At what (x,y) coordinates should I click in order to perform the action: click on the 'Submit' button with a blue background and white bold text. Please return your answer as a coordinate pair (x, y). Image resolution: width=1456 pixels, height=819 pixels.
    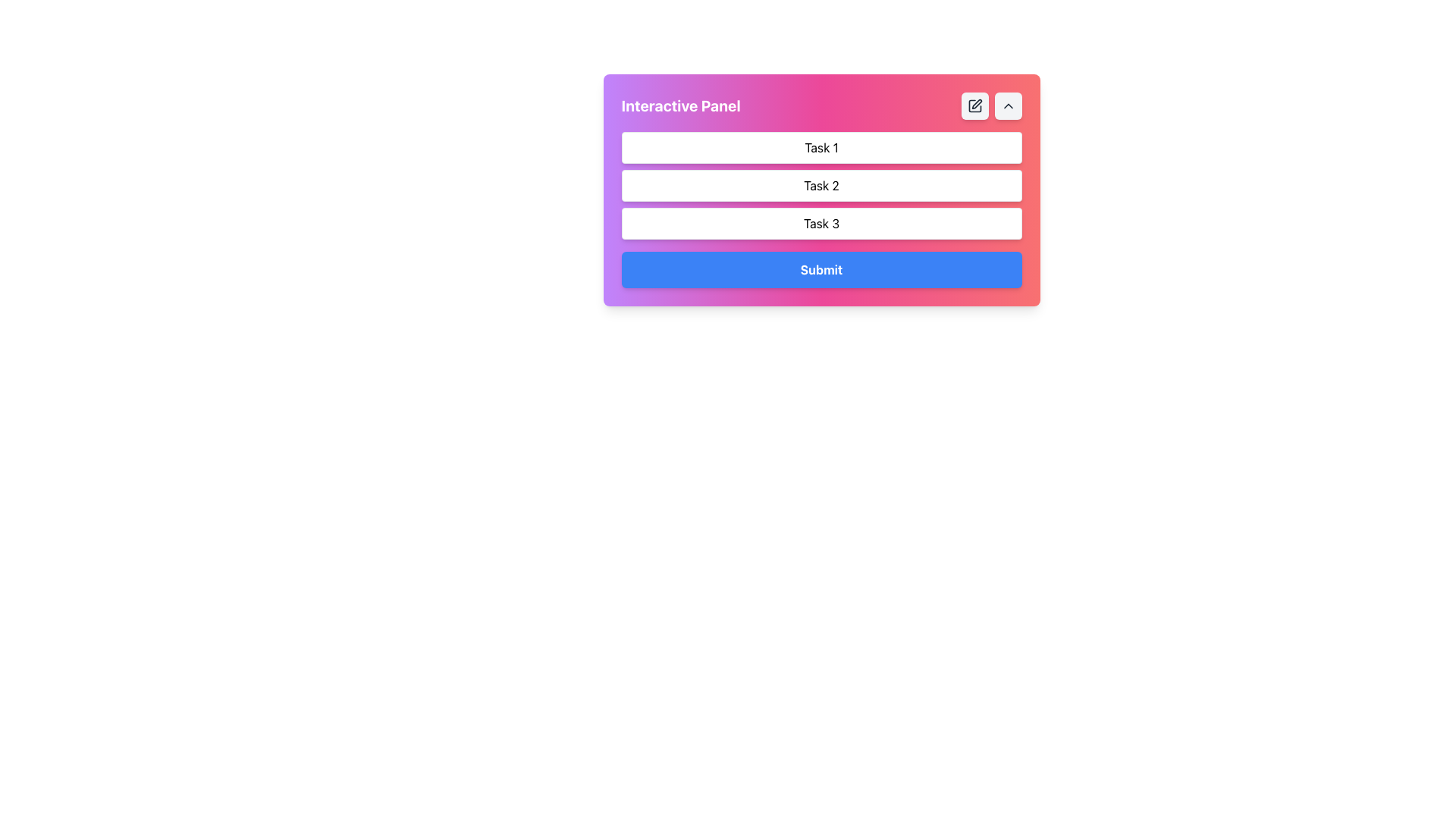
    Looking at the image, I should click on (821, 268).